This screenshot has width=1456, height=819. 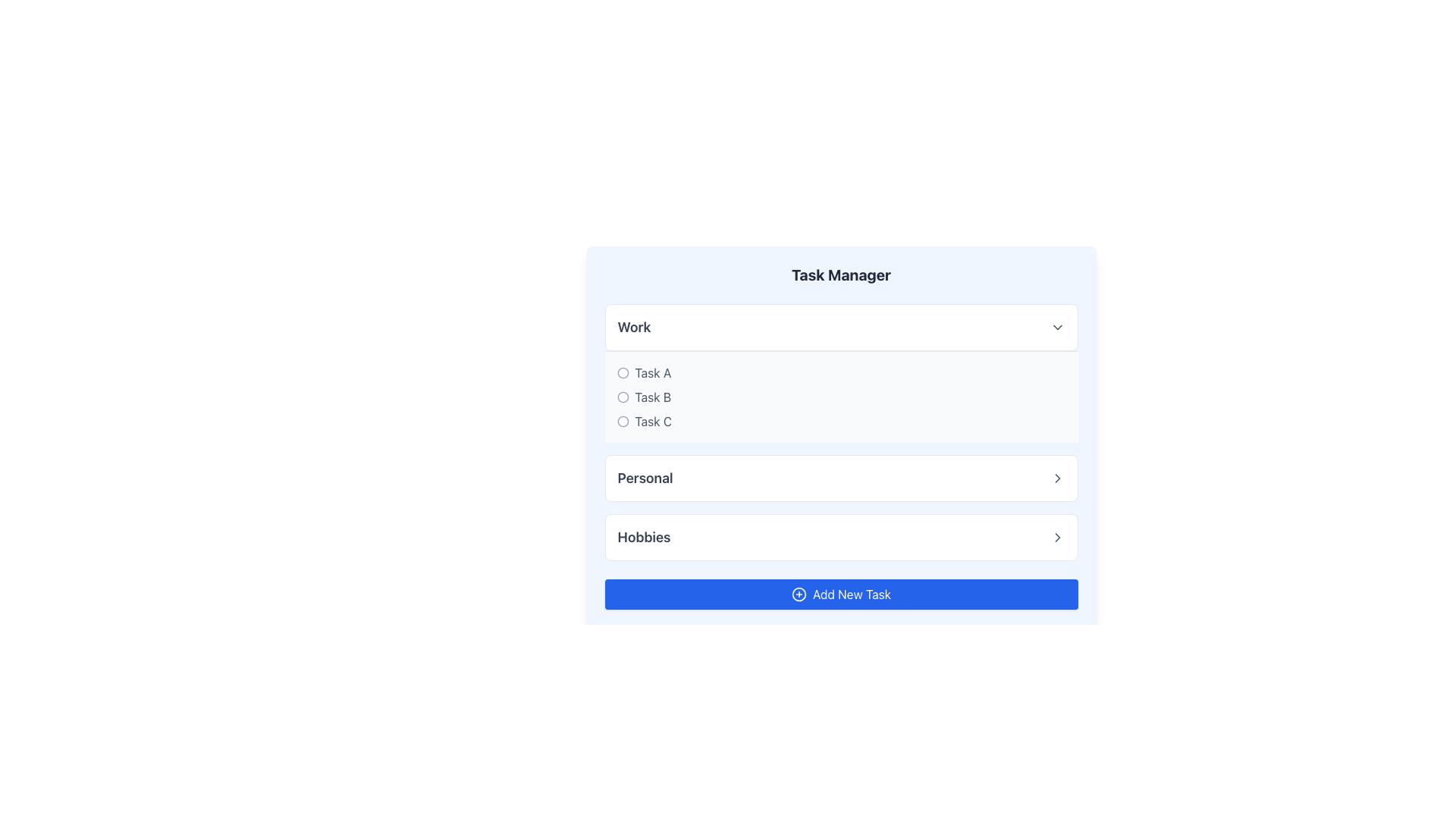 What do you see at coordinates (840, 537) in the screenshot?
I see `the button labeled 'Hobbies'` at bounding box center [840, 537].